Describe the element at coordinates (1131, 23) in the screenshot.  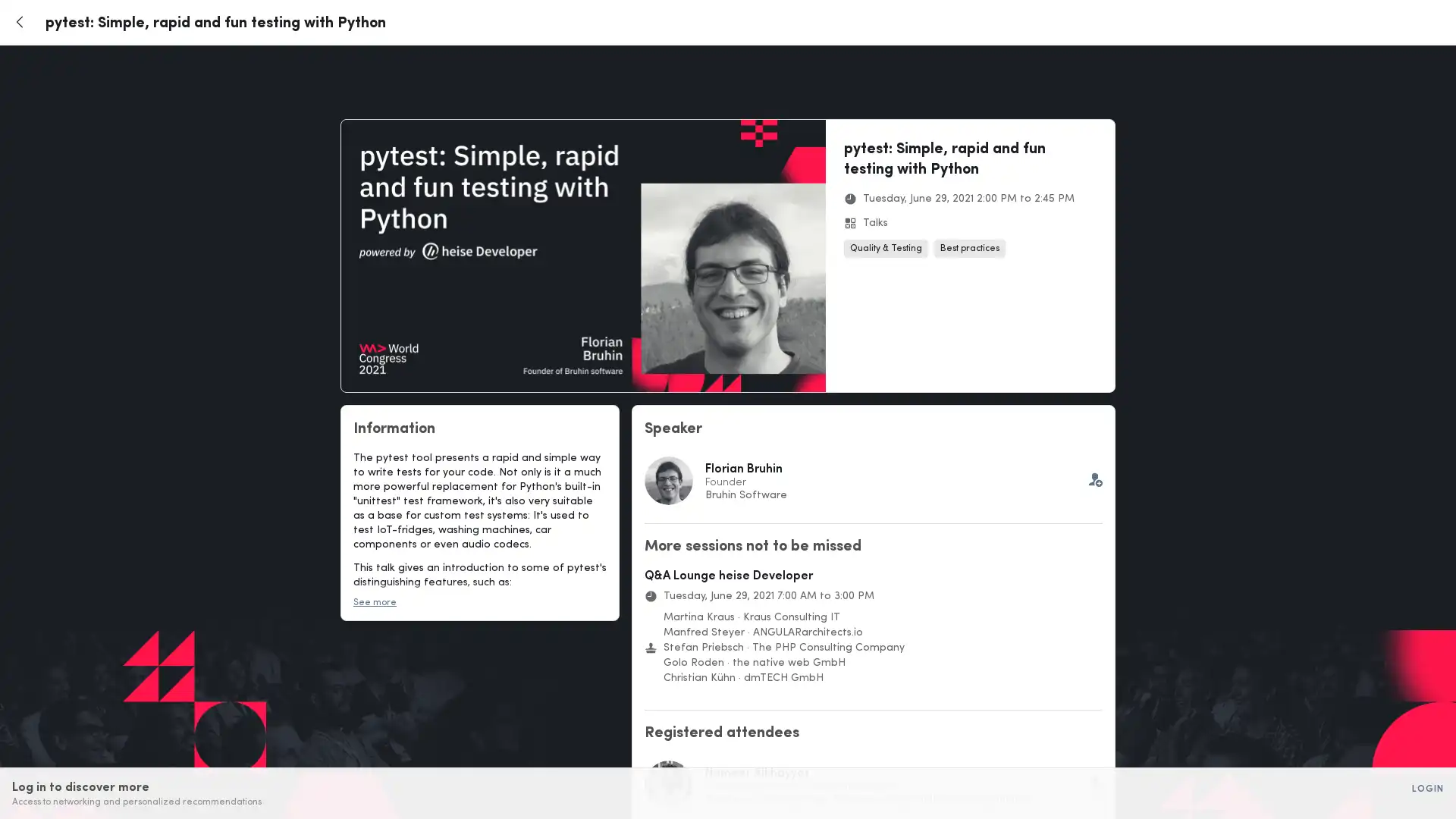
I see `Login` at that location.